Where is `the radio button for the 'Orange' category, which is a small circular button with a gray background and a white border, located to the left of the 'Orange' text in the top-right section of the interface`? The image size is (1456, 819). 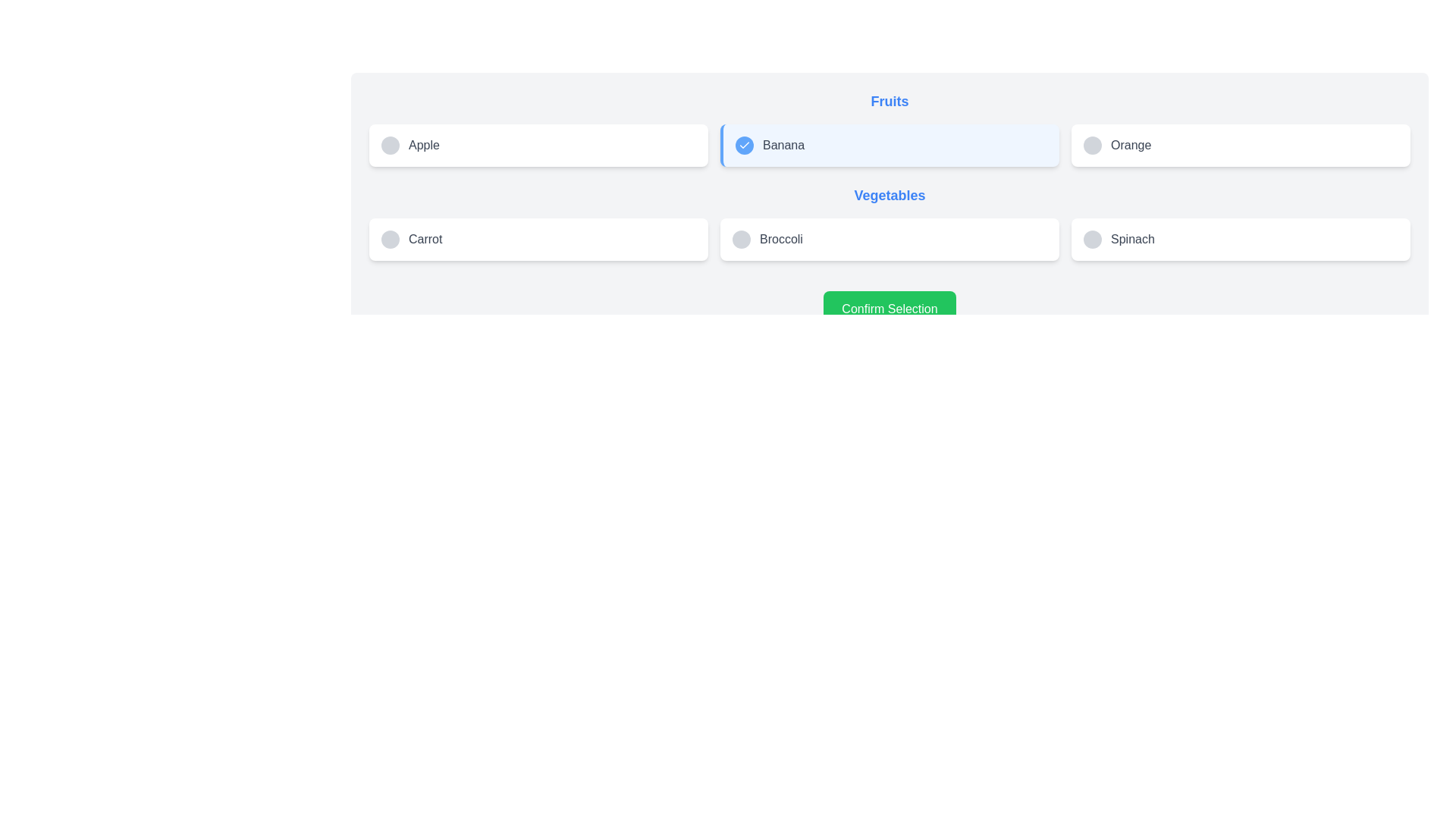
the radio button for the 'Orange' category, which is a small circular button with a gray background and a white border, located to the left of the 'Orange' text in the top-right section of the interface is located at coordinates (1092, 146).